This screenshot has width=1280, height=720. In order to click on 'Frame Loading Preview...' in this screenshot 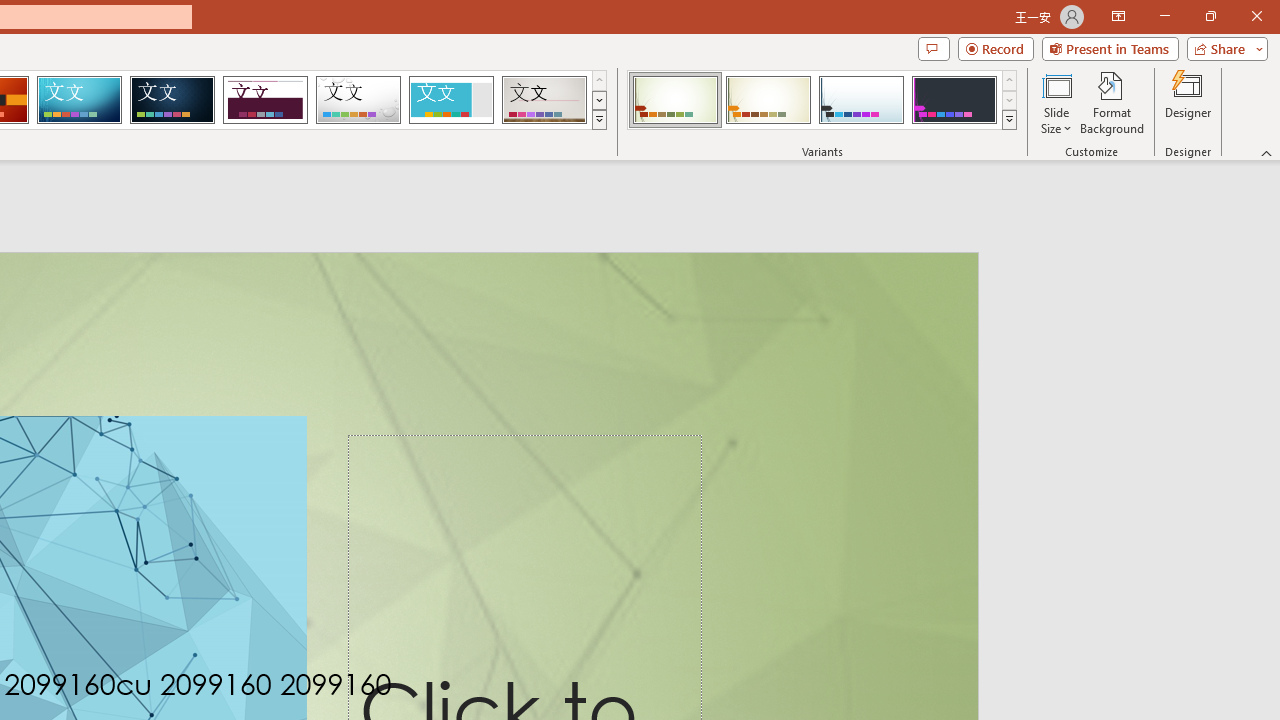, I will do `click(450, 100)`.